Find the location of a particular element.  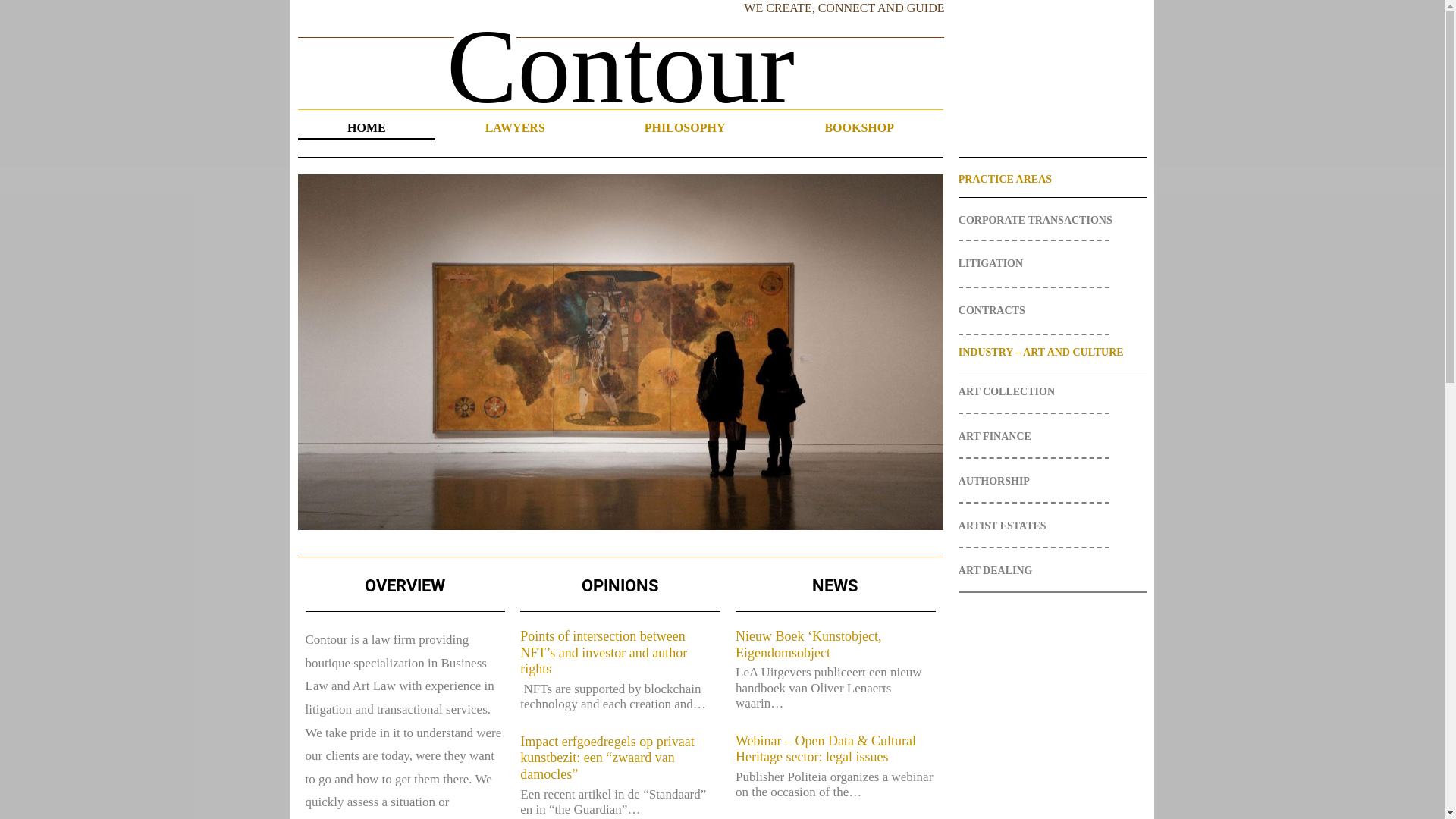

'CONTRACTS' is located at coordinates (957, 309).